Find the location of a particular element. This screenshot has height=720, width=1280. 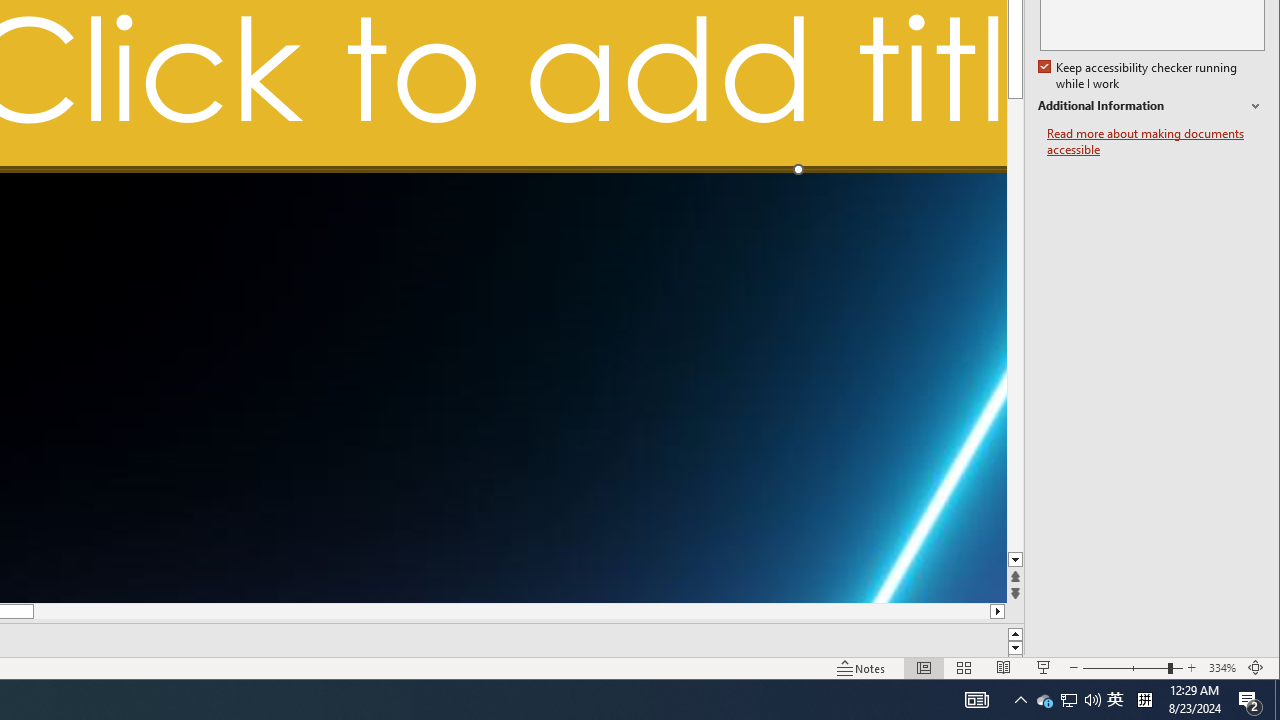

'Read more about making documents accessible' is located at coordinates (1155, 141).